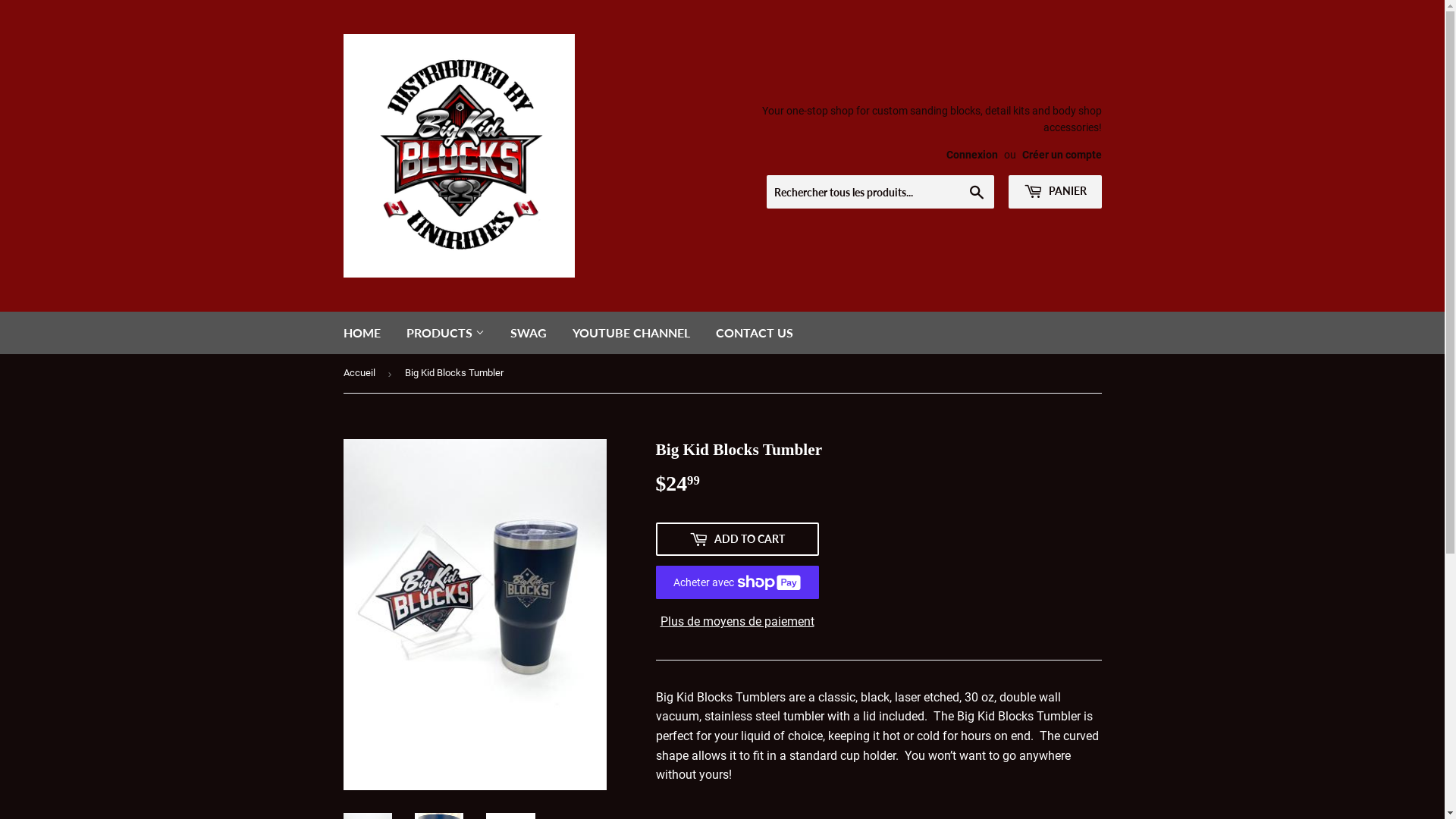  What do you see at coordinates (946, 155) in the screenshot?
I see `'Connexion'` at bounding box center [946, 155].